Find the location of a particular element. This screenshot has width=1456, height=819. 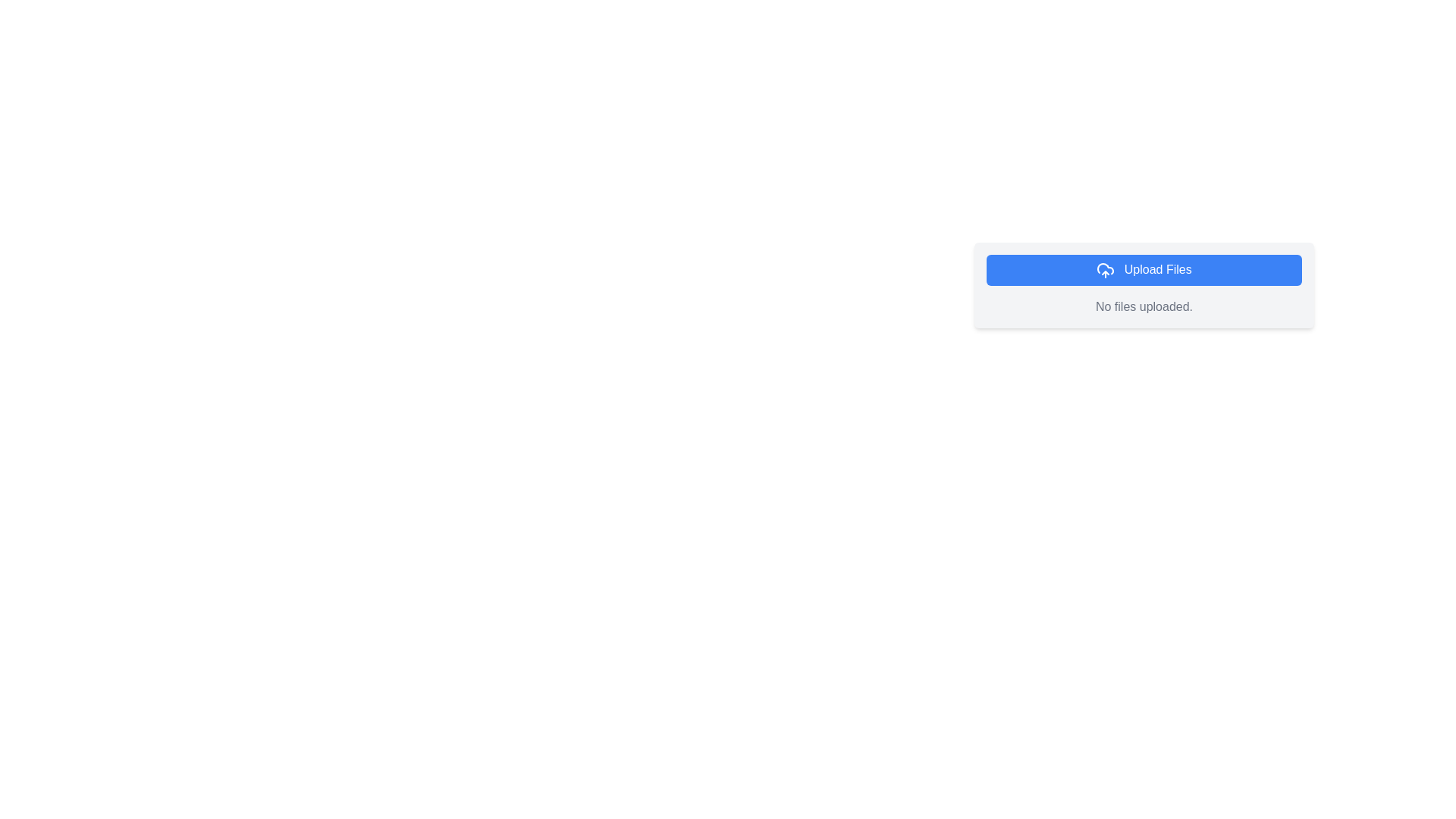

the cloud icon in the 'Upload Files' button, which visually represents the file upload function is located at coordinates (1106, 268).